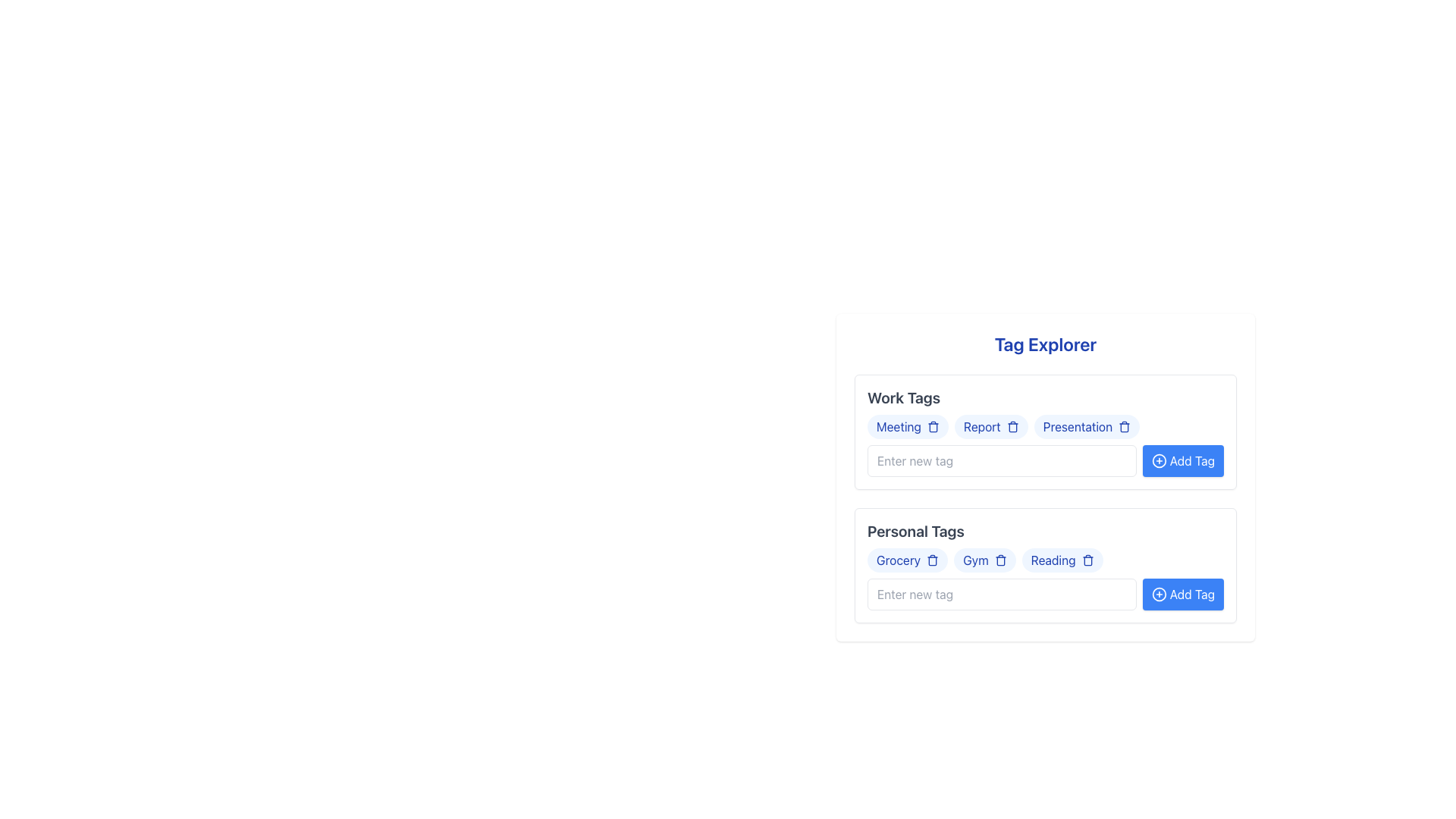 The image size is (1456, 819). Describe the element at coordinates (1158, 593) in the screenshot. I see `the plus sign icon within the circle located at the beginning of the 'Add Tag' button in the 'Personal Tags' section` at that location.